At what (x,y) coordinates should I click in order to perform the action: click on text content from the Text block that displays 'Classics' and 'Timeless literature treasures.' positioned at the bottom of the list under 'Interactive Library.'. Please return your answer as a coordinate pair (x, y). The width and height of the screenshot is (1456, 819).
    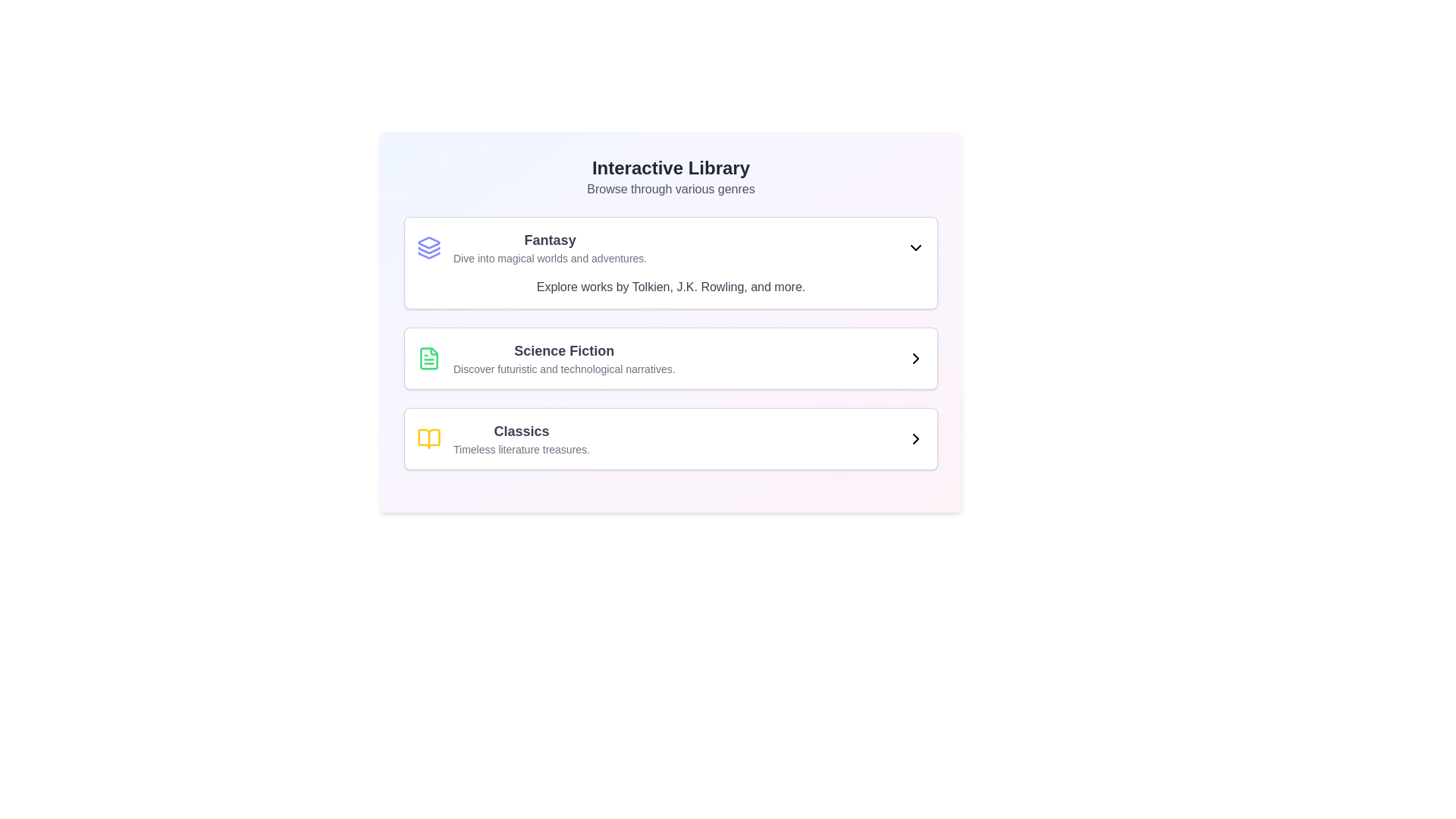
    Looking at the image, I should click on (521, 438).